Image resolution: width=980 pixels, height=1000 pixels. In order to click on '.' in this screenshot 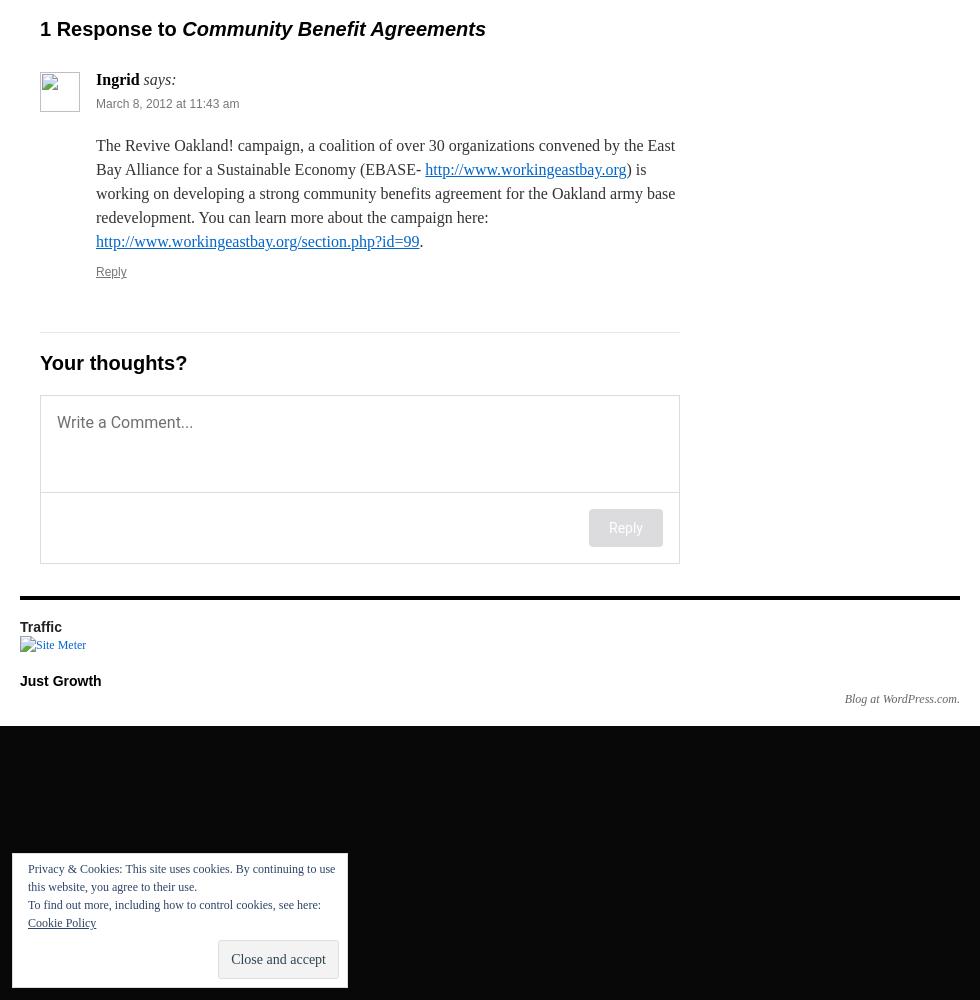, I will do `click(421, 240)`.